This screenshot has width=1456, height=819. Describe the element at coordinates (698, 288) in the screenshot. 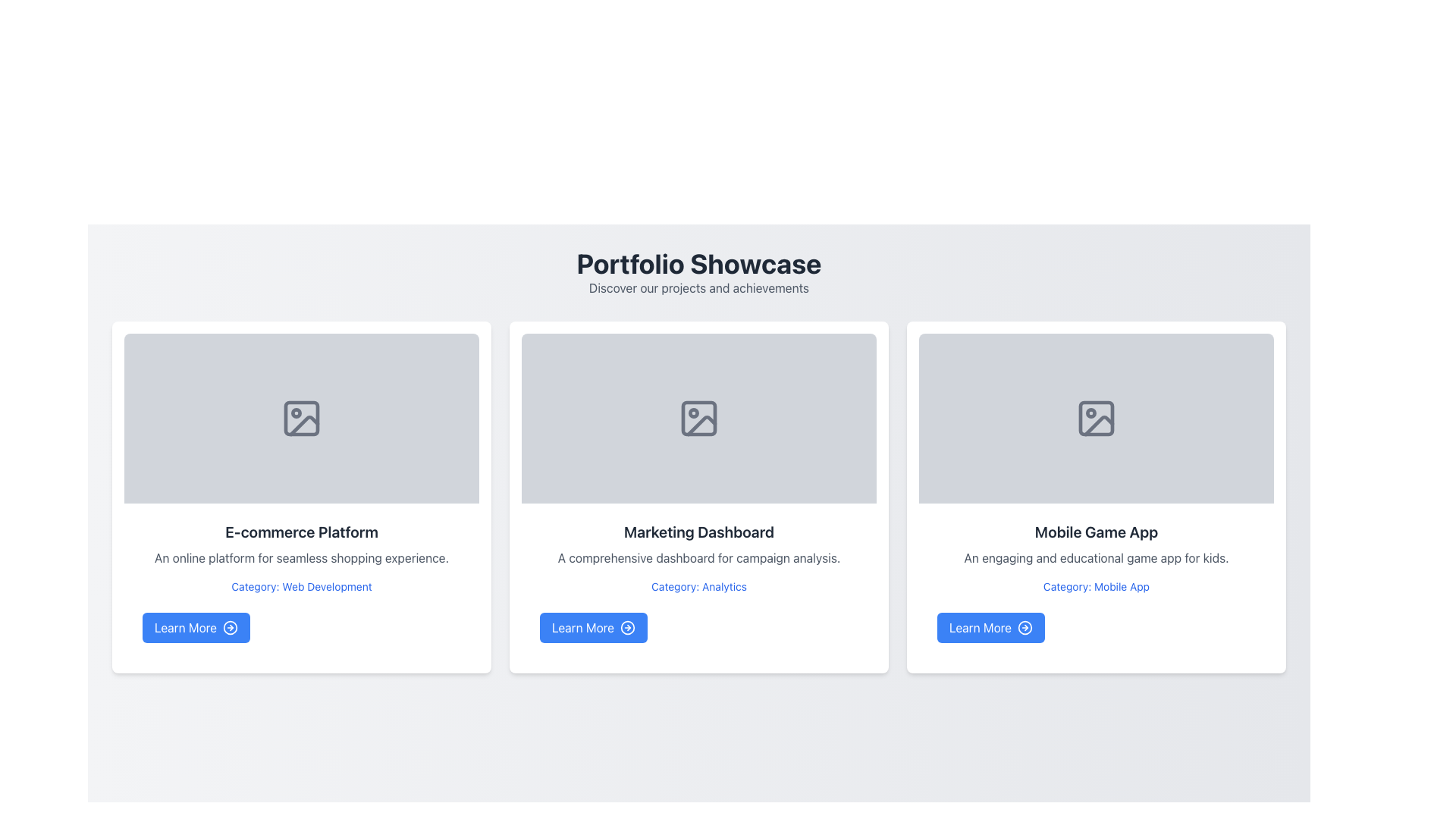

I see `the text label that reads 'Discover our projects and achievements', which is styled in gray and located below the 'Portfolio Showcase' title` at that location.